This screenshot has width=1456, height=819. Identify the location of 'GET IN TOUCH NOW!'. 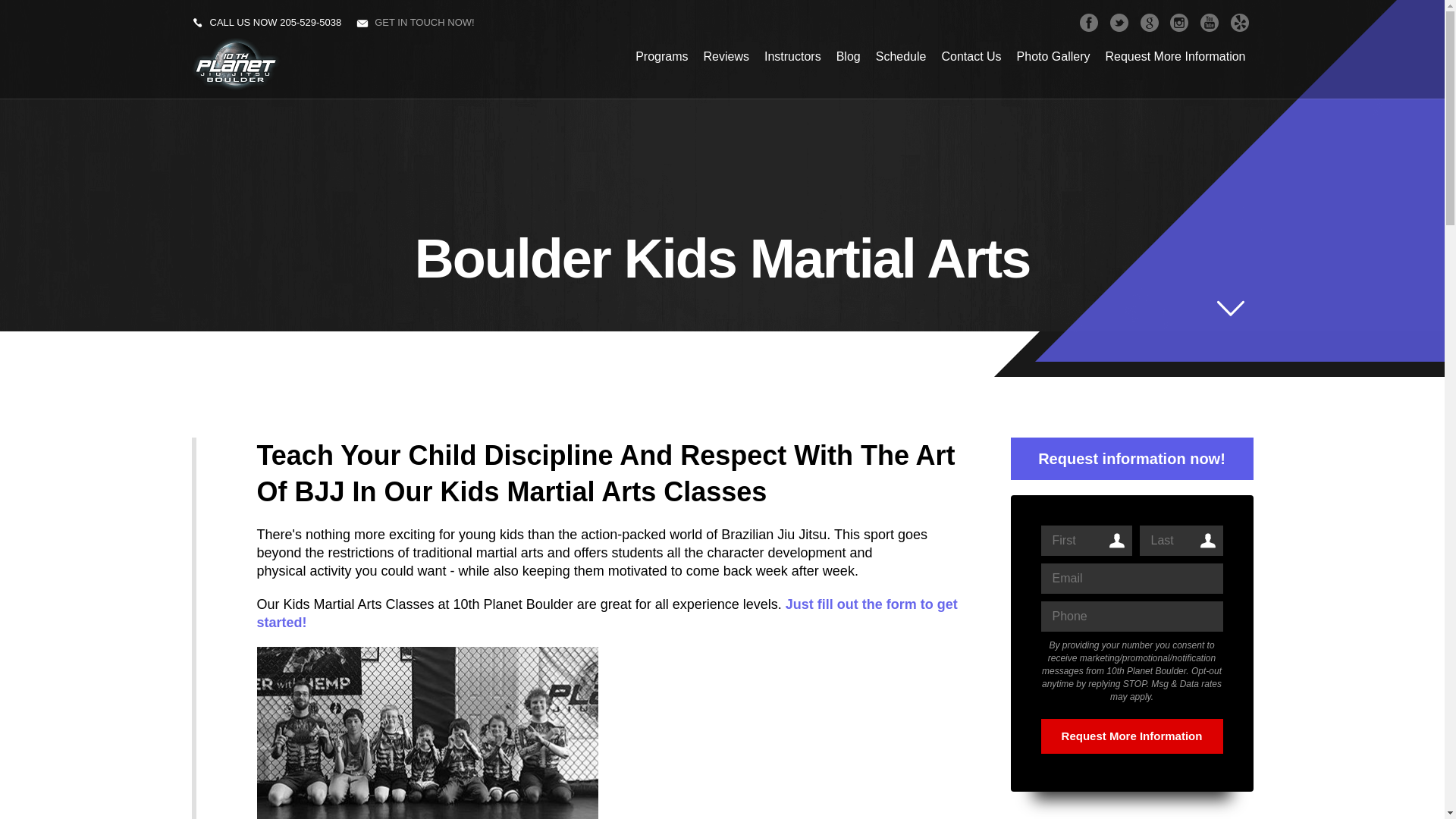
(424, 22).